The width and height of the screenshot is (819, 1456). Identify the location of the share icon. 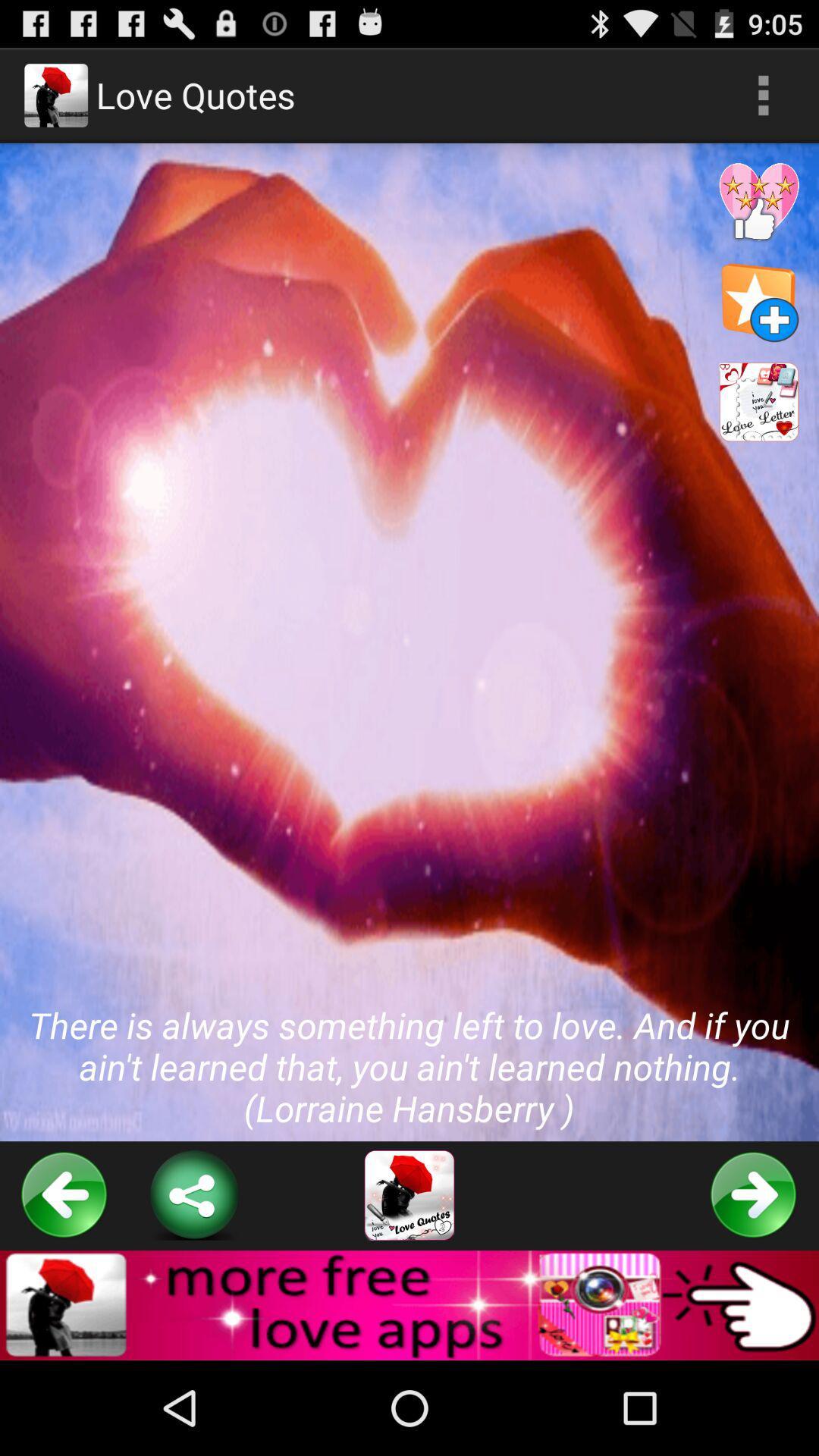
(193, 1279).